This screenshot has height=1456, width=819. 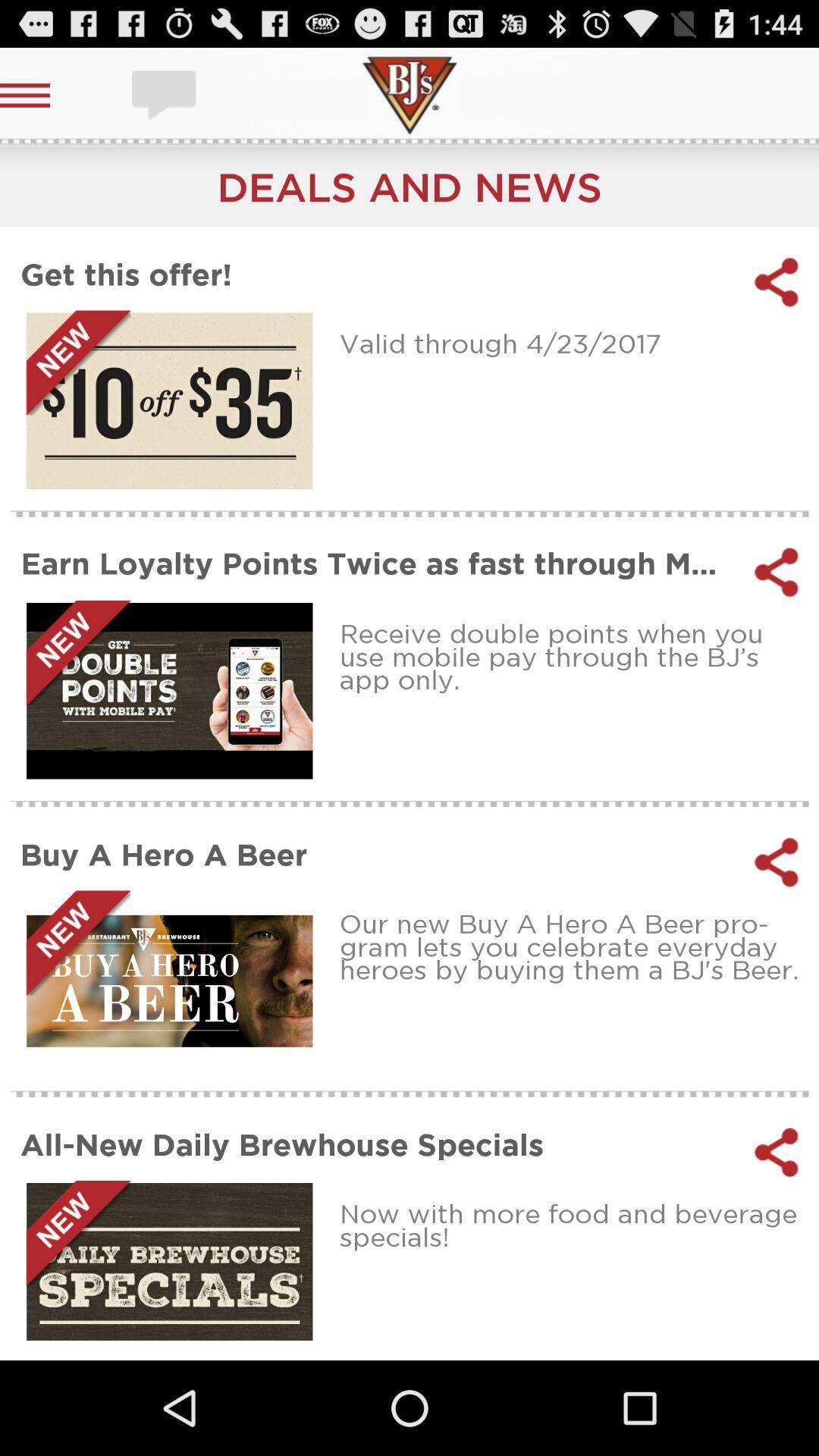 I want to click on share option, so click(x=777, y=862).